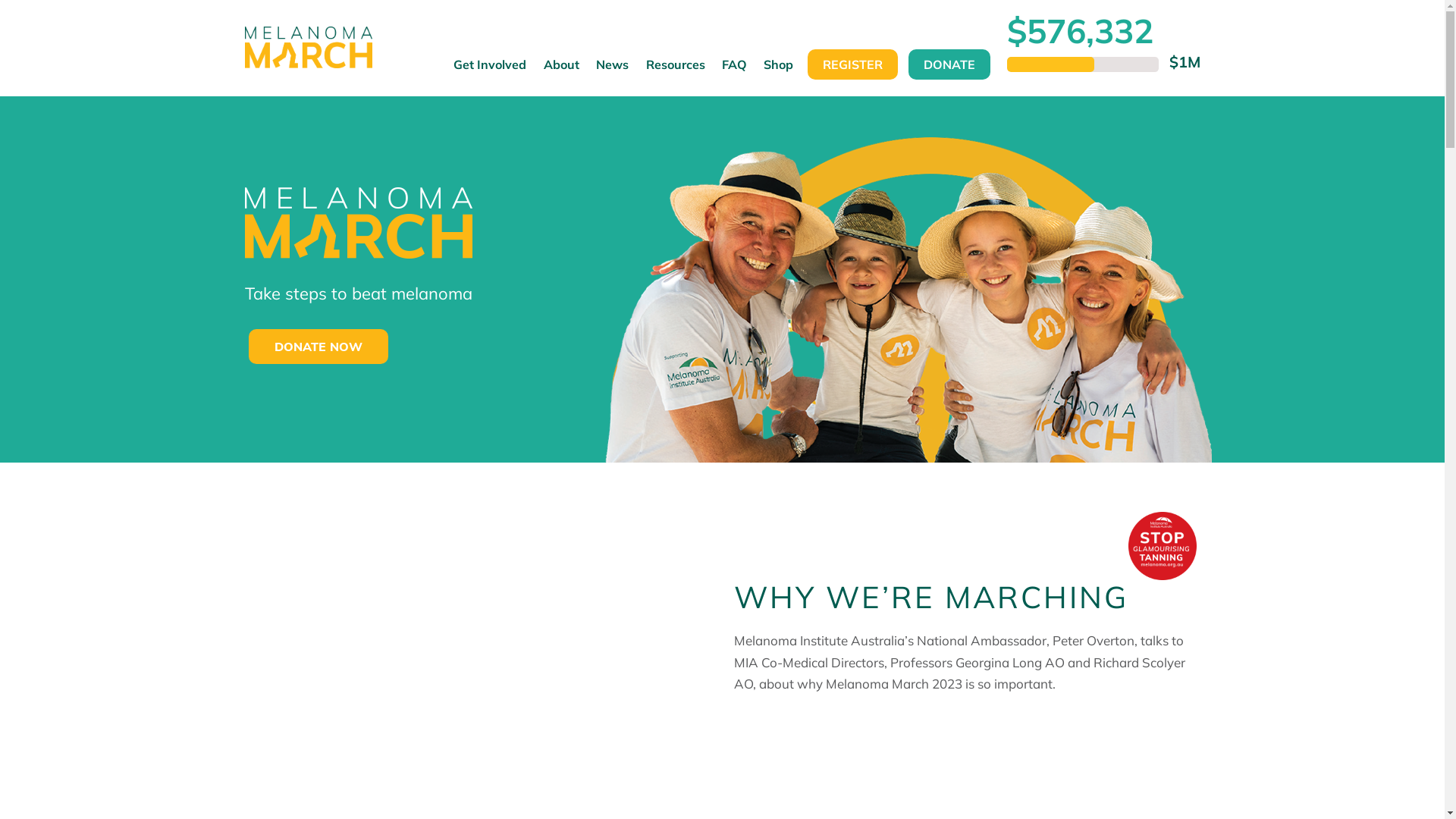 Image resolution: width=1456 pixels, height=819 pixels. Describe the element at coordinates (852, 63) in the screenshot. I see `'REGISTER'` at that location.